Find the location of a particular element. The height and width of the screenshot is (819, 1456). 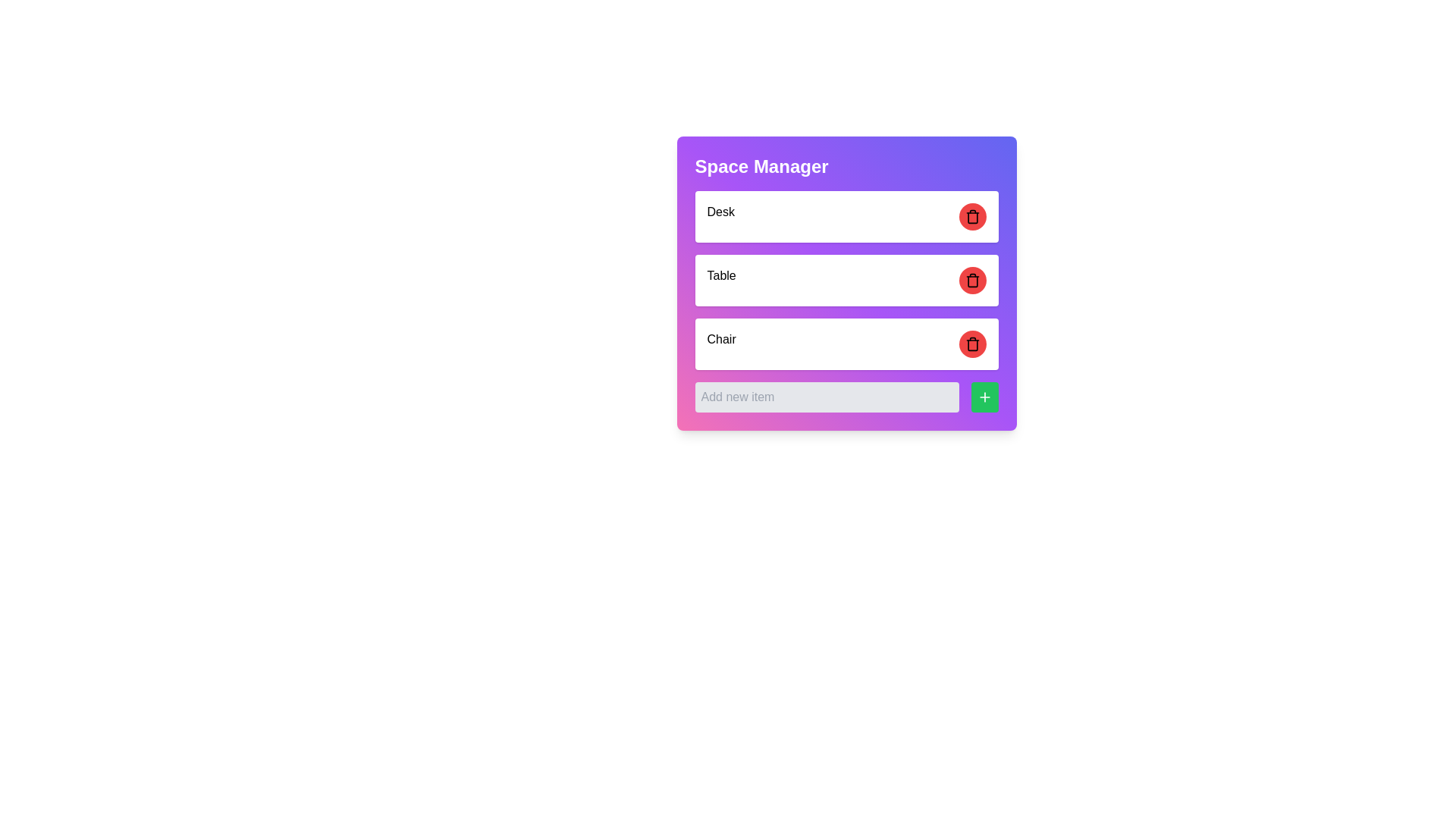

the circular delete button with a red background and a trash can icon located in the second row of the 'Space Manager' interface, specifically to the right side of the row labeled 'Table' is located at coordinates (972, 281).